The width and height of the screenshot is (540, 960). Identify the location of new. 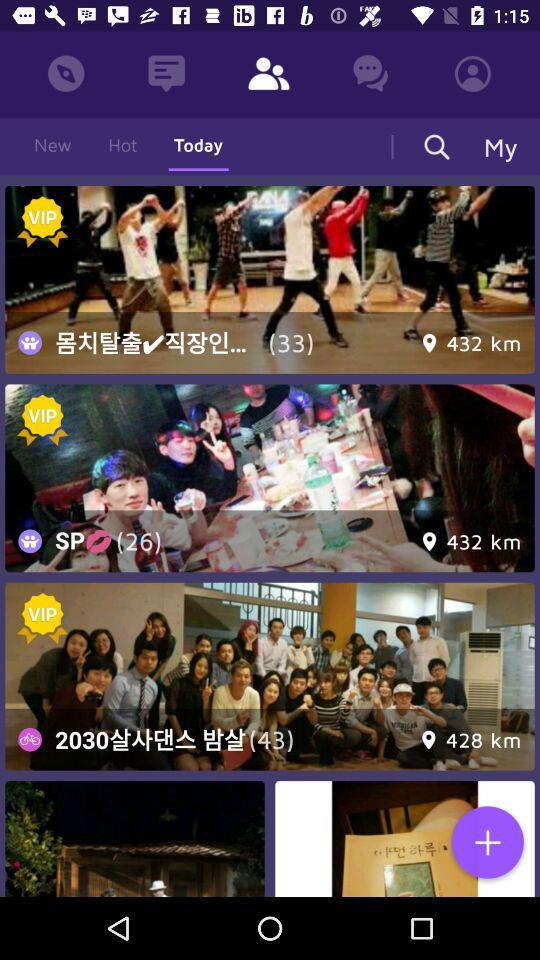
(486, 843).